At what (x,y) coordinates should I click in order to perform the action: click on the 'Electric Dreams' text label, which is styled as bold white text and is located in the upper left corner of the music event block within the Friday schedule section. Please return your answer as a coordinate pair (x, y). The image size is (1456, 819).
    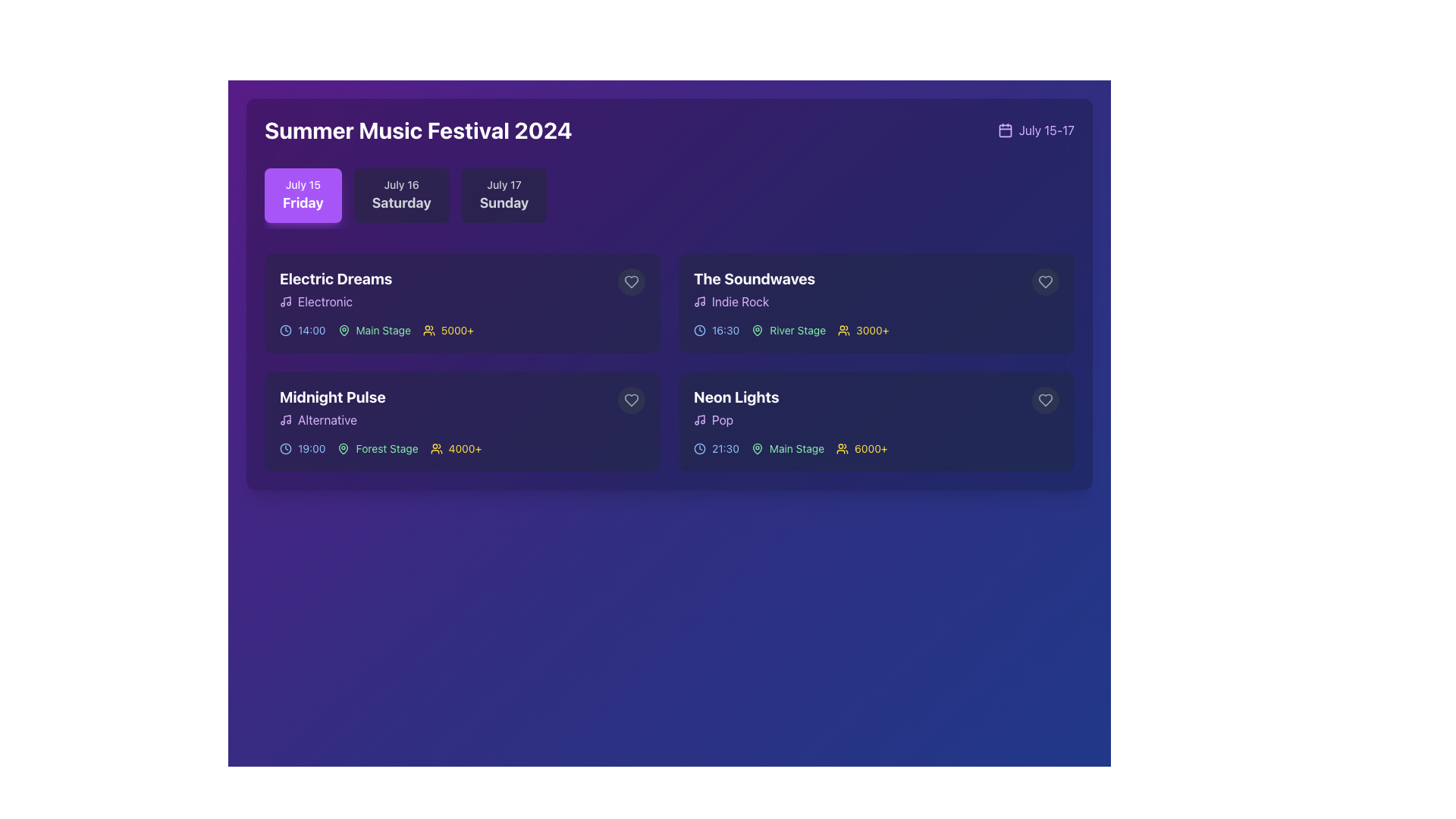
    Looking at the image, I should click on (335, 278).